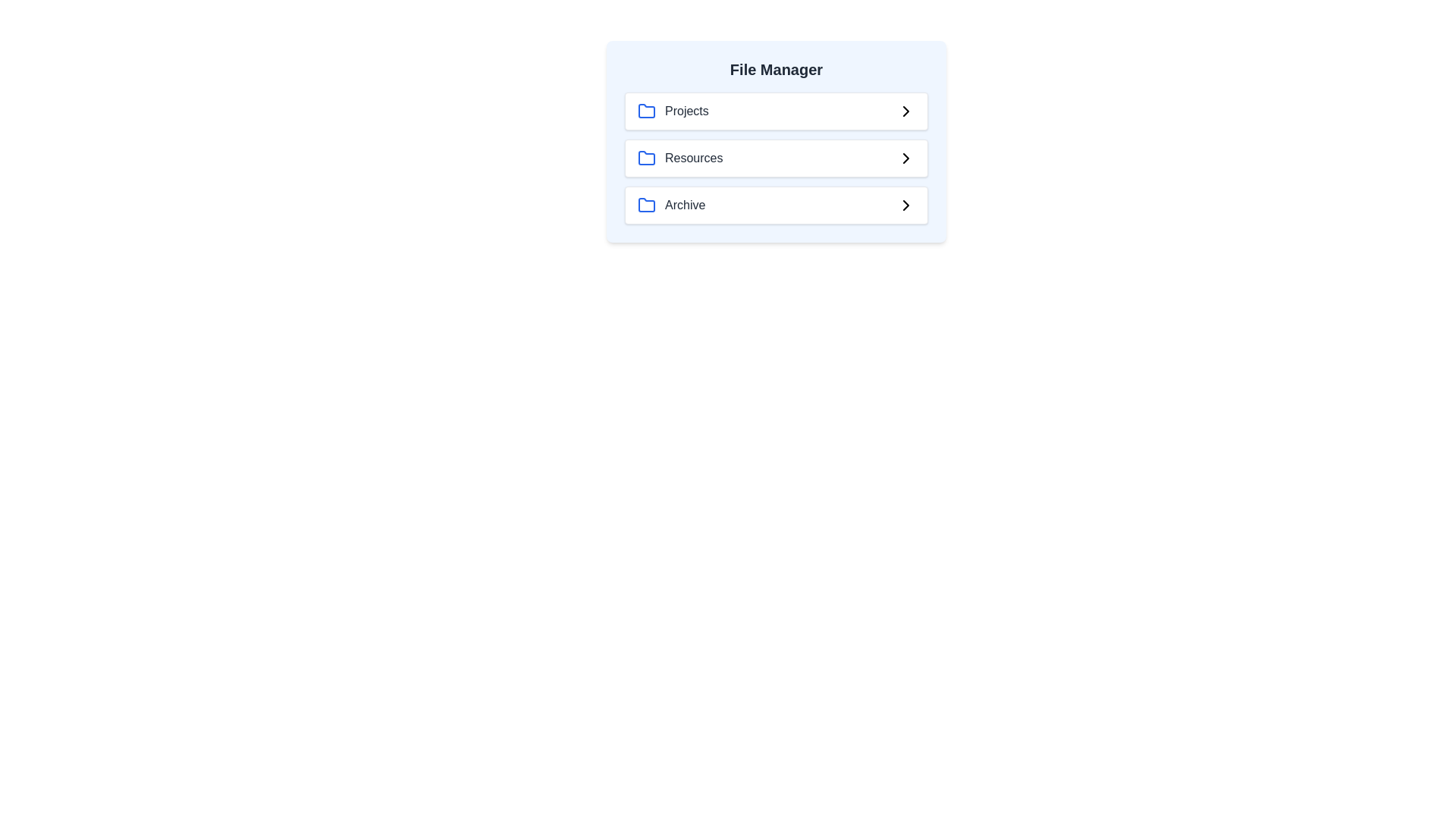 The width and height of the screenshot is (1456, 819). I want to click on the navigational icon located at the far right of the 'Archive' row in the 'File Manager' interface, so click(906, 205).